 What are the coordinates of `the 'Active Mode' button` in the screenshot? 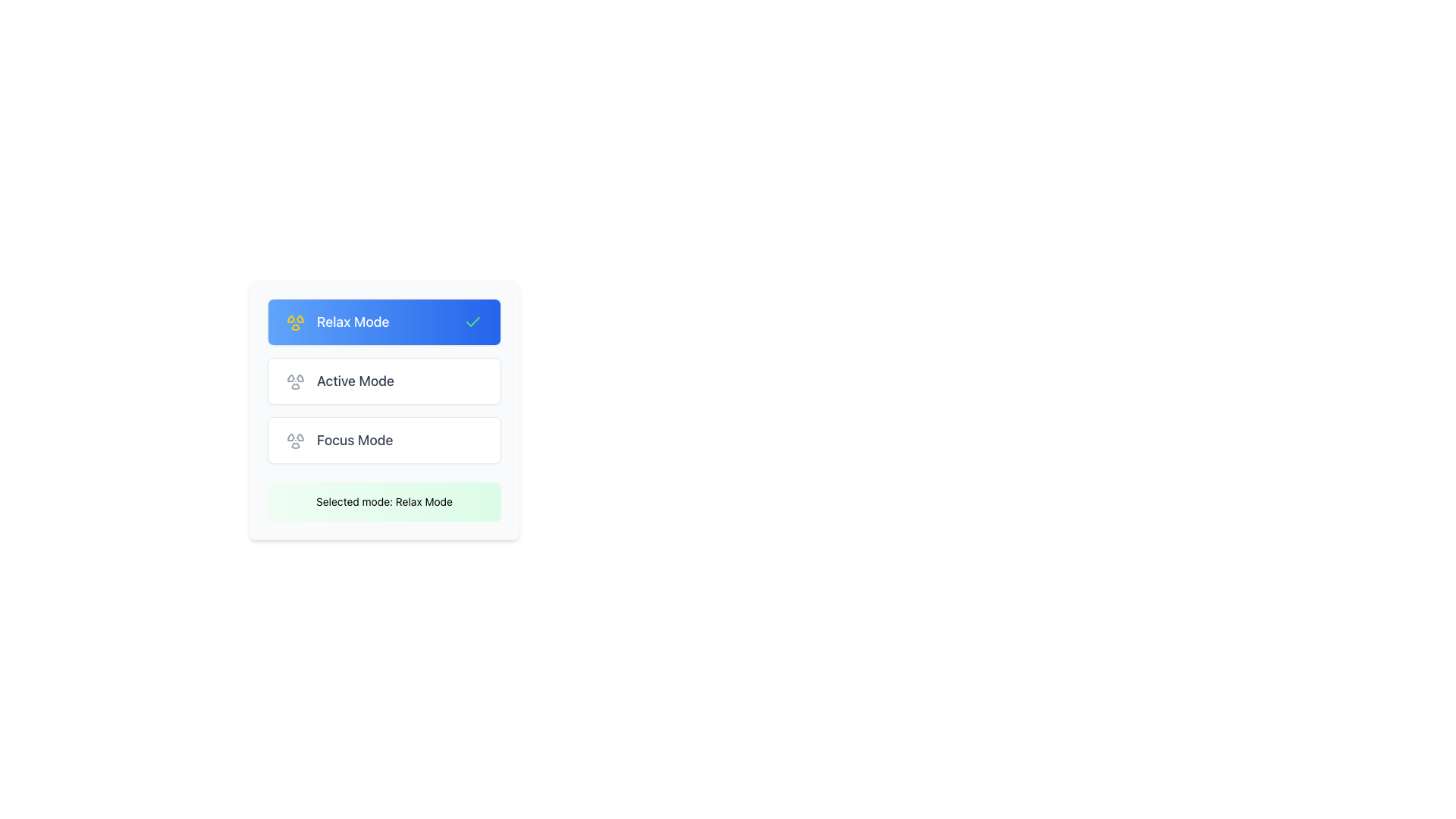 It's located at (384, 380).